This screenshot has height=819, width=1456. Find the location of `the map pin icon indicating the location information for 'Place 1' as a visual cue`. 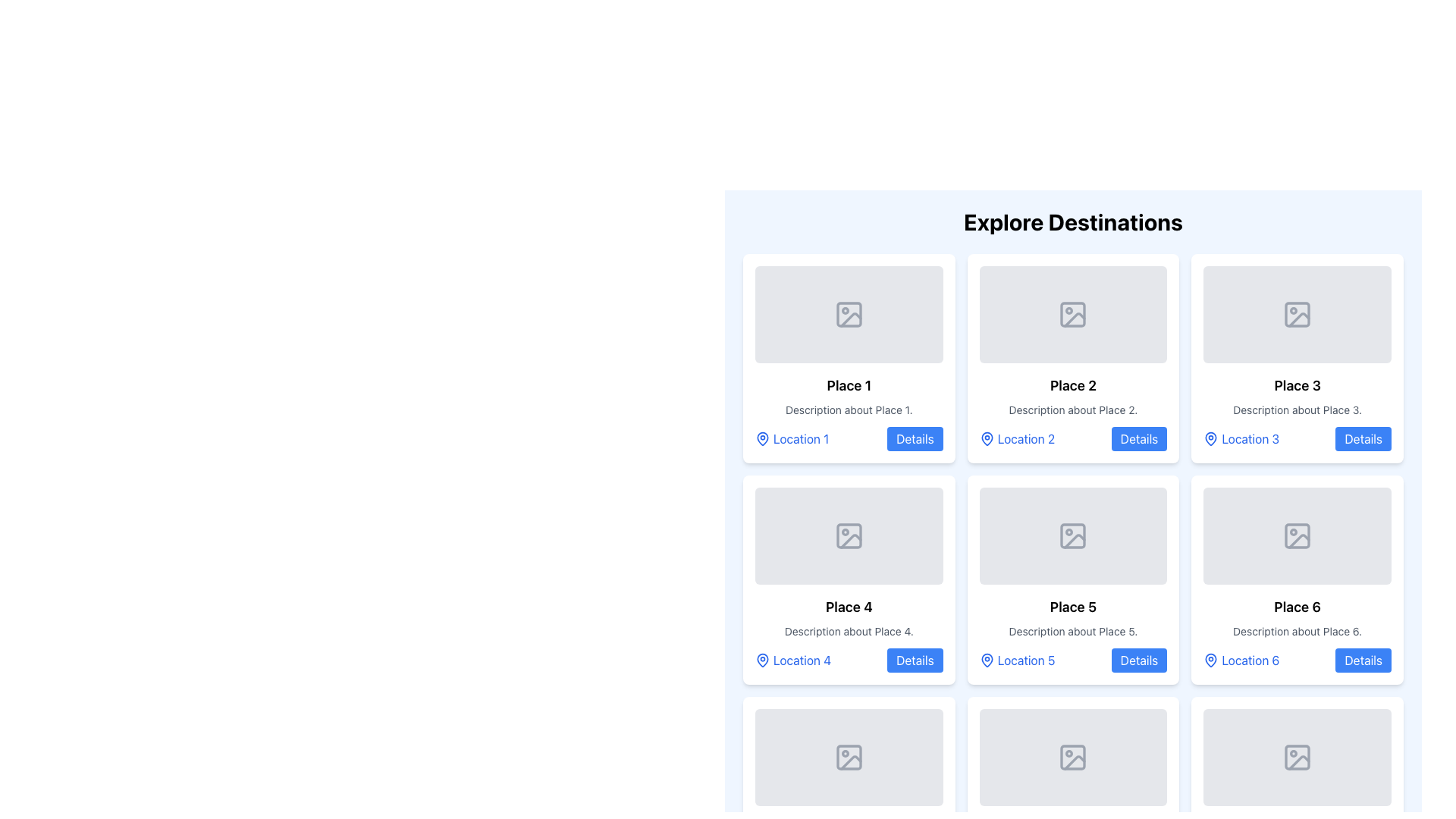

the map pin icon indicating the location information for 'Place 1' as a visual cue is located at coordinates (763, 438).